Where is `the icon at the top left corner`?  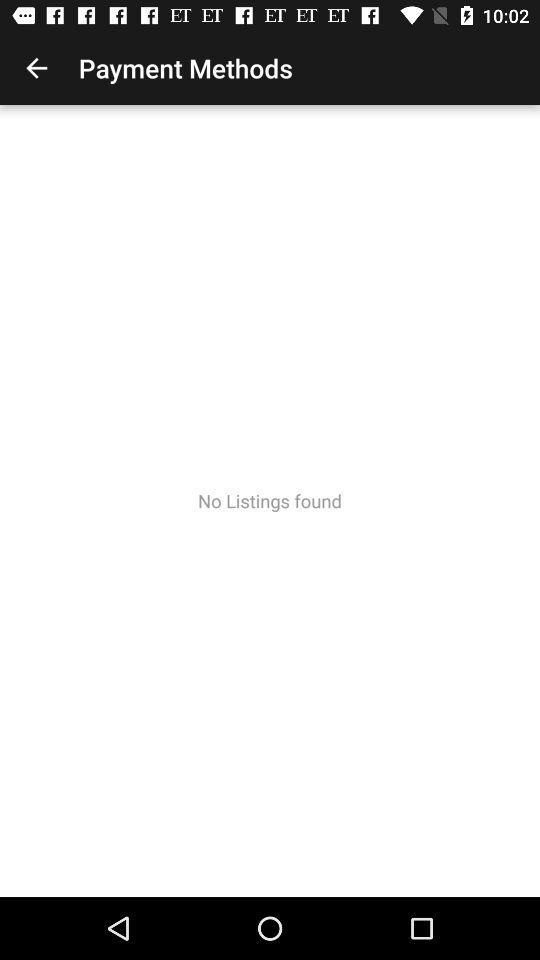 the icon at the top left corner is located at coordinates (36, 68).